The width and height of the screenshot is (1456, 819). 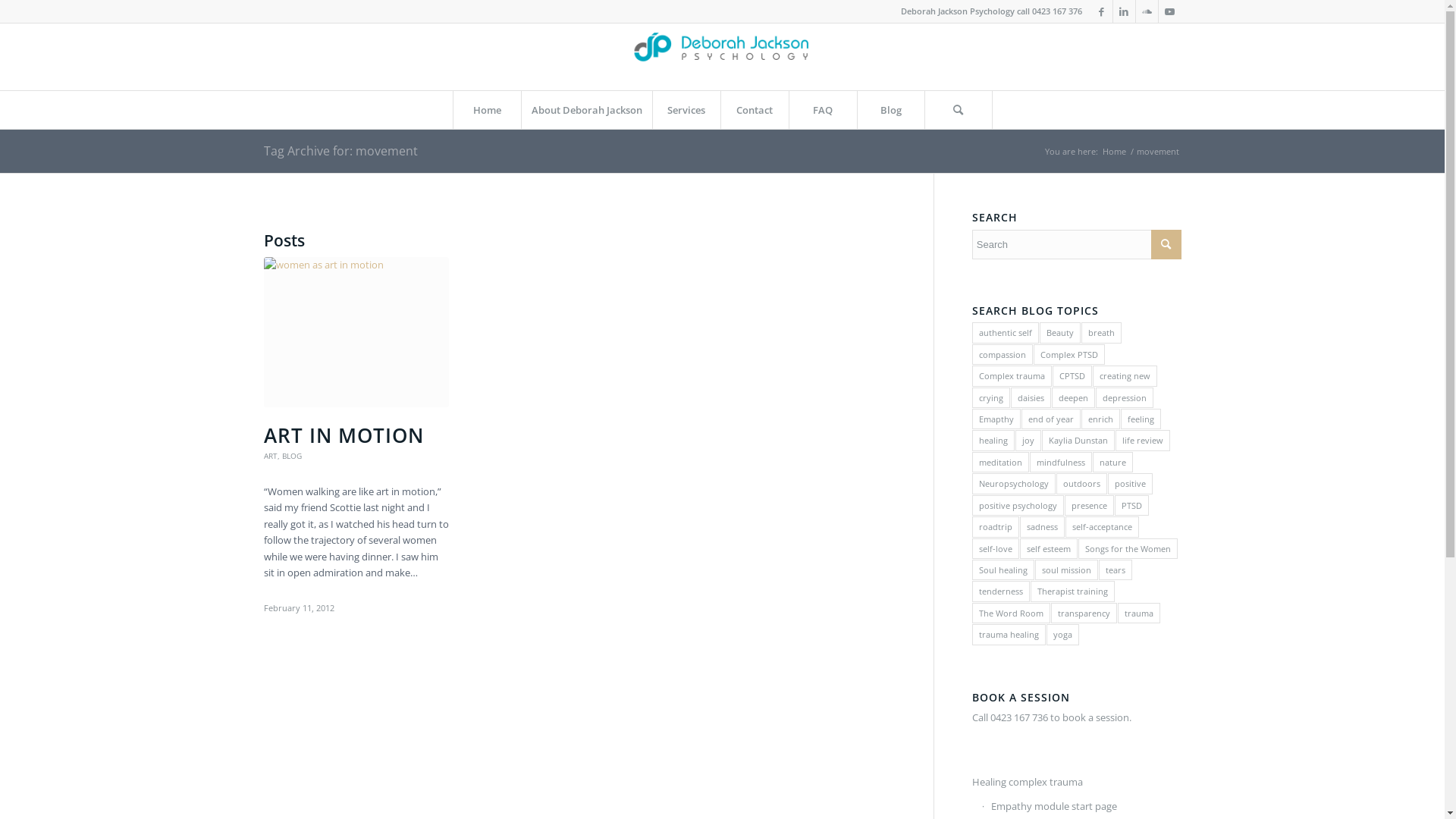 What do you see at coordinates (1115, 570) in the screenshot?
I see `'tears'` at bounding box center [1115, 570].